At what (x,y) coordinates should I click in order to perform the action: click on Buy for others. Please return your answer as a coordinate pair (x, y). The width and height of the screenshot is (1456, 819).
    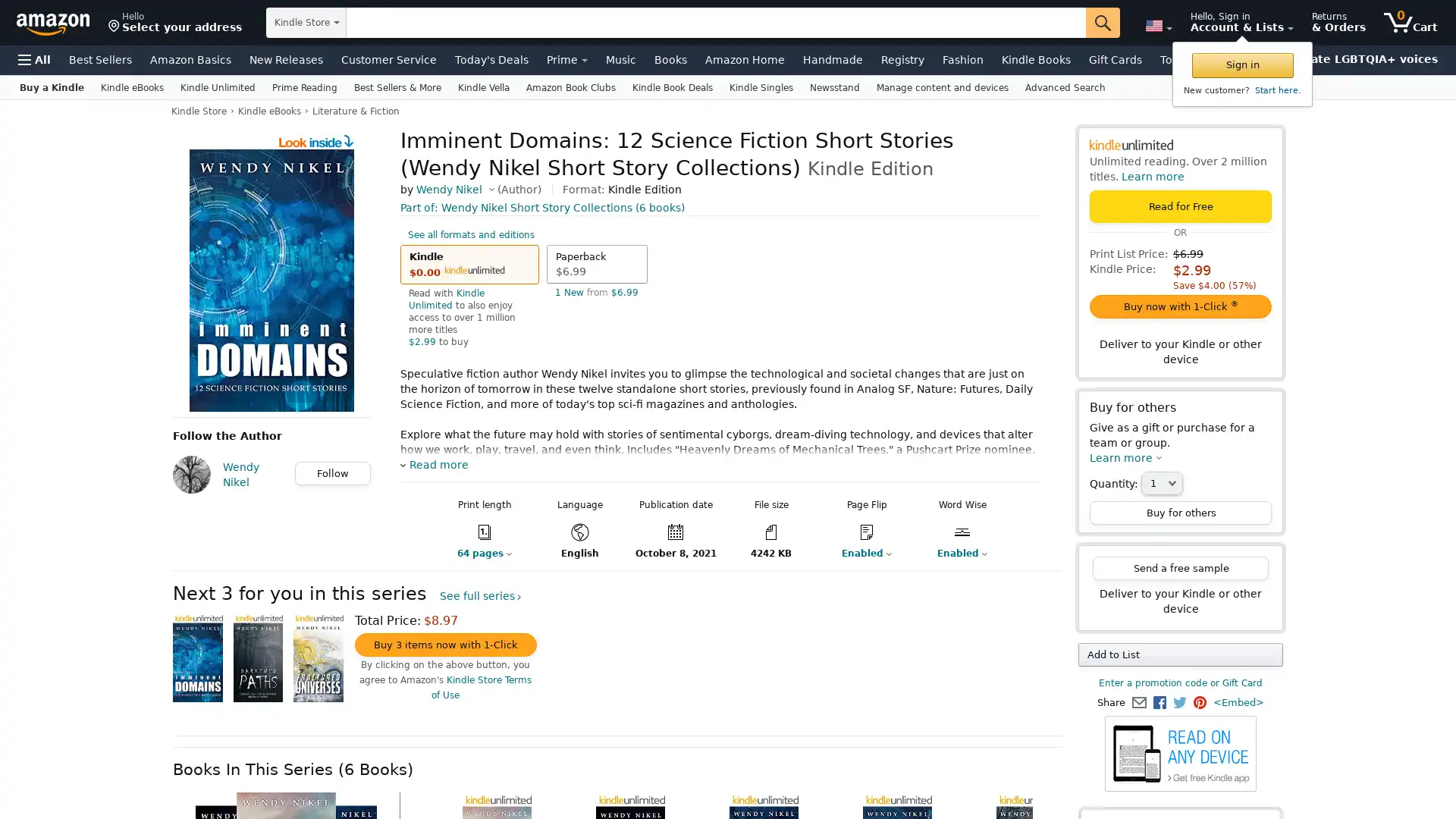
    Looking at the image, I should click on (1179, 512).